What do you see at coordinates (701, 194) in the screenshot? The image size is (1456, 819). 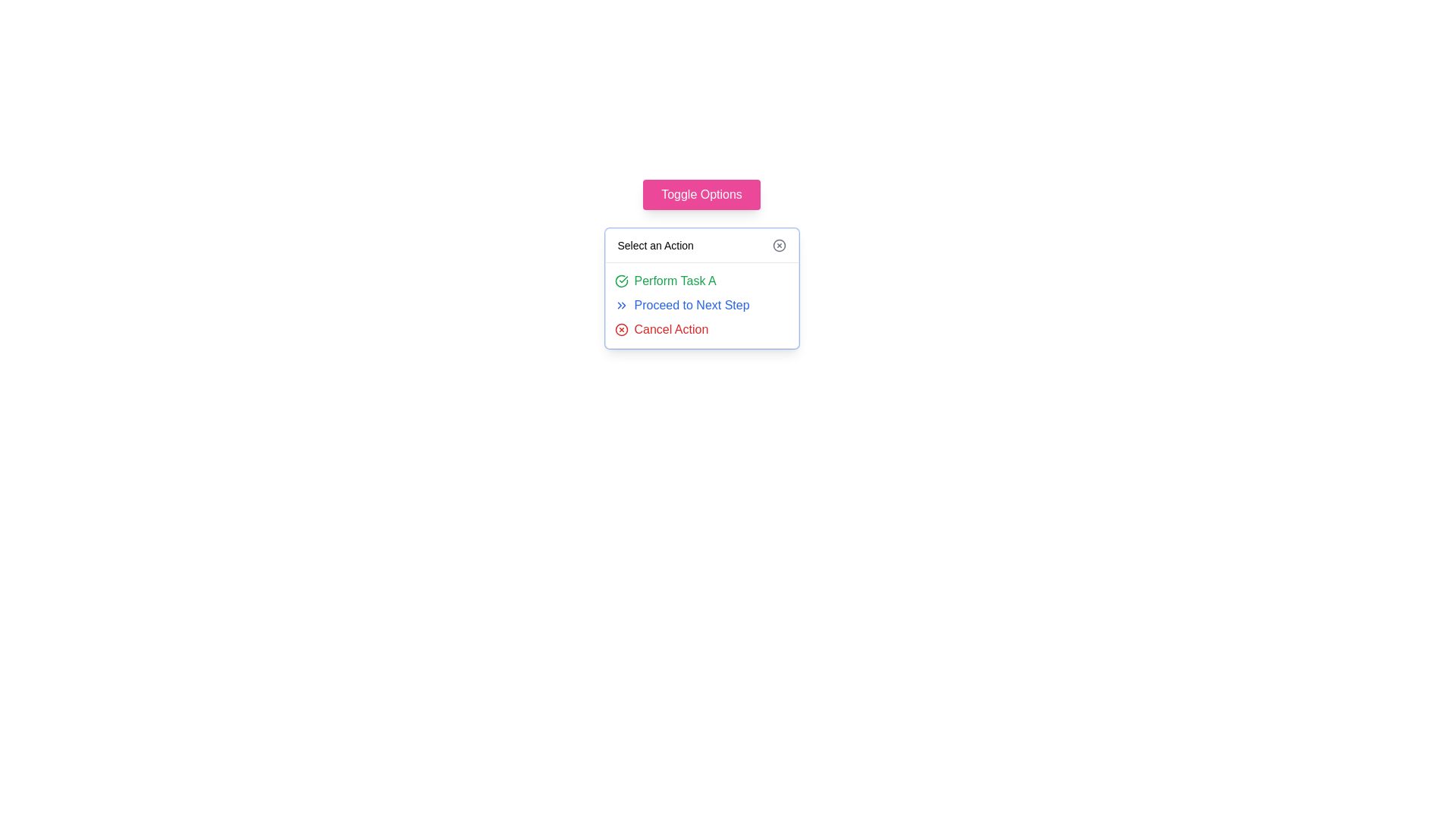 I see `the toggle button located above the dropdown modal` at bounding box center [701, 194].